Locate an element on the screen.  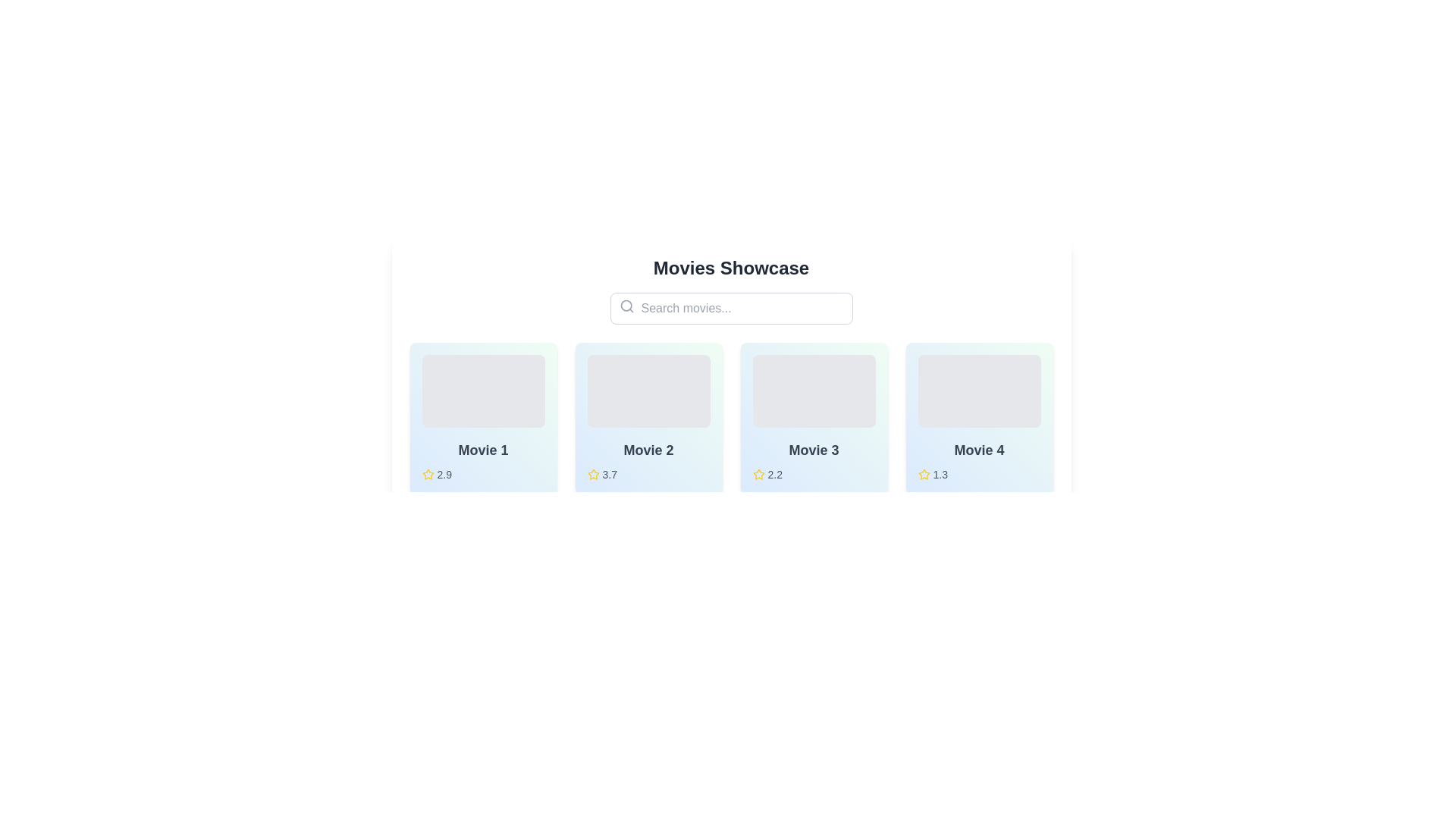
the magnifying glass icon located to the left of the 'Search movies...' text input field, which is styled with a gray color and has a circular outline is located at coordinates (626, 306).